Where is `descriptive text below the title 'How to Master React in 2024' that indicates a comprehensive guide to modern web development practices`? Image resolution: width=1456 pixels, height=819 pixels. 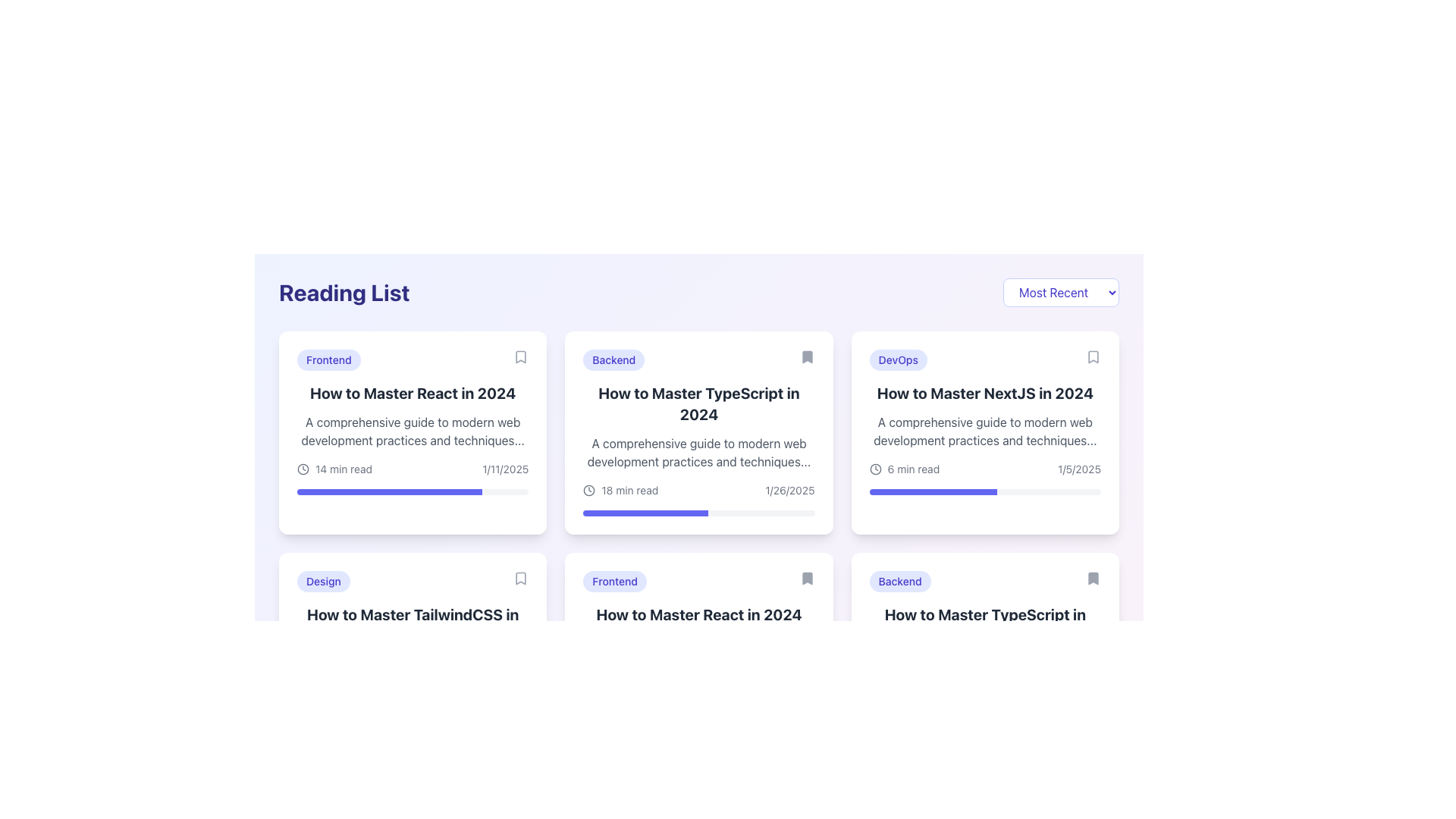 descriptive text below the title 'How to Master React in 2024' that indicates a comprehensive guide to modern web development practices is located at coordinates (413, 431).